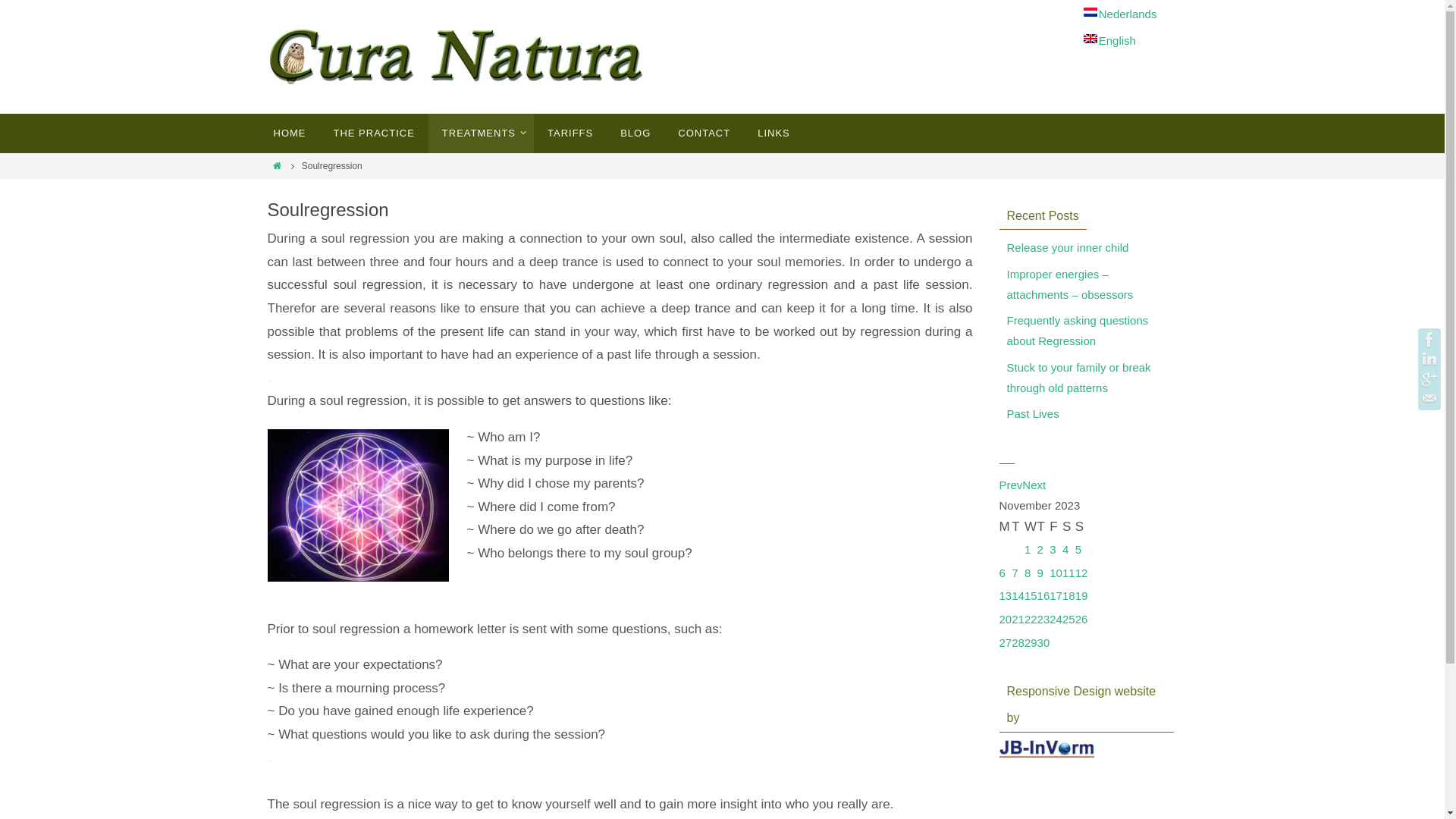 Image resolution: width=1456 pixels, height=819 pixels. I want to click on '19', so click(1081, 595).